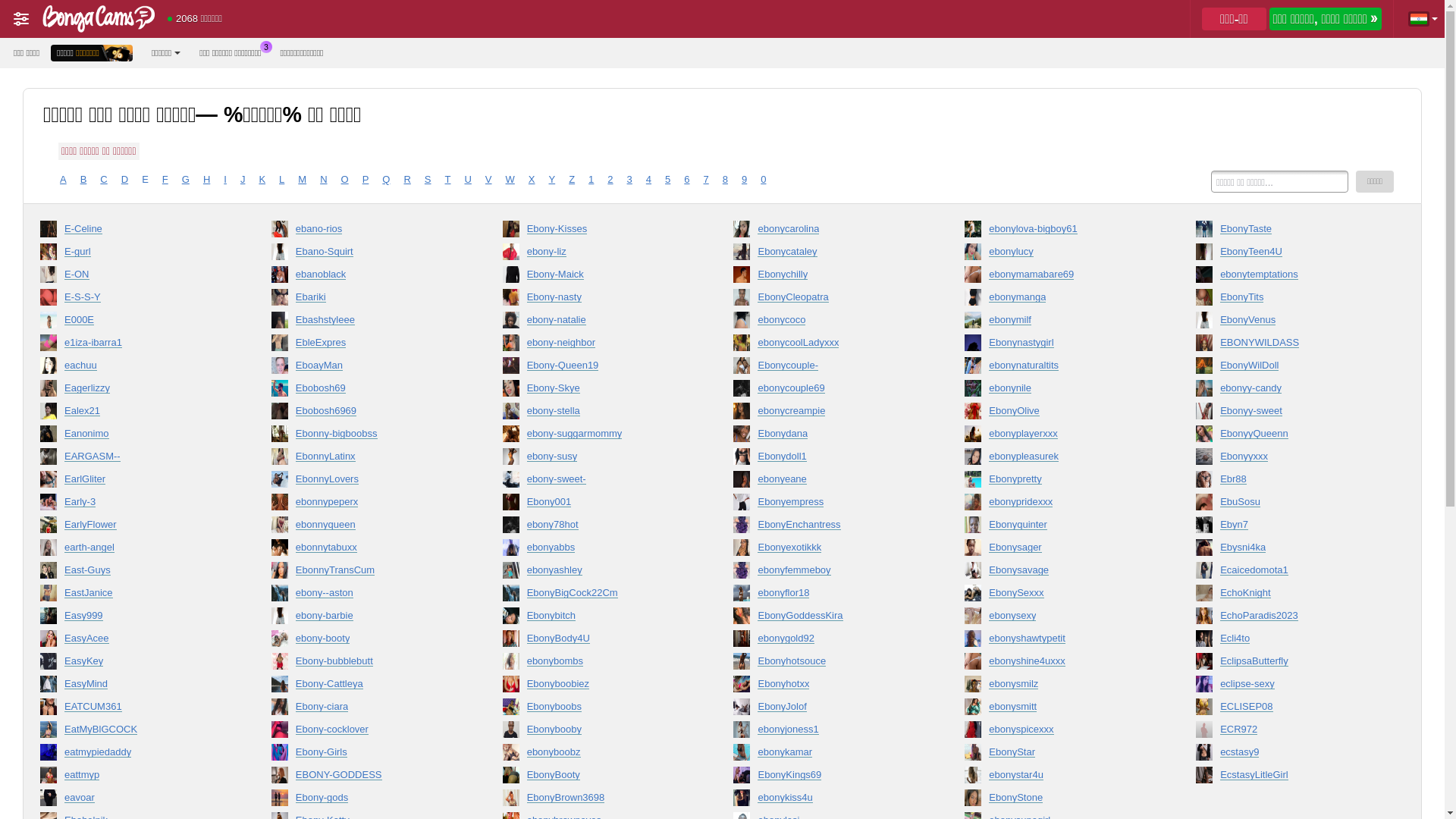 This screenshot has height=819, width=1456. What do you see at coordinates (134, 505) in the screenshot?
I see `'Early-3'` at bounding box center [134, 505].